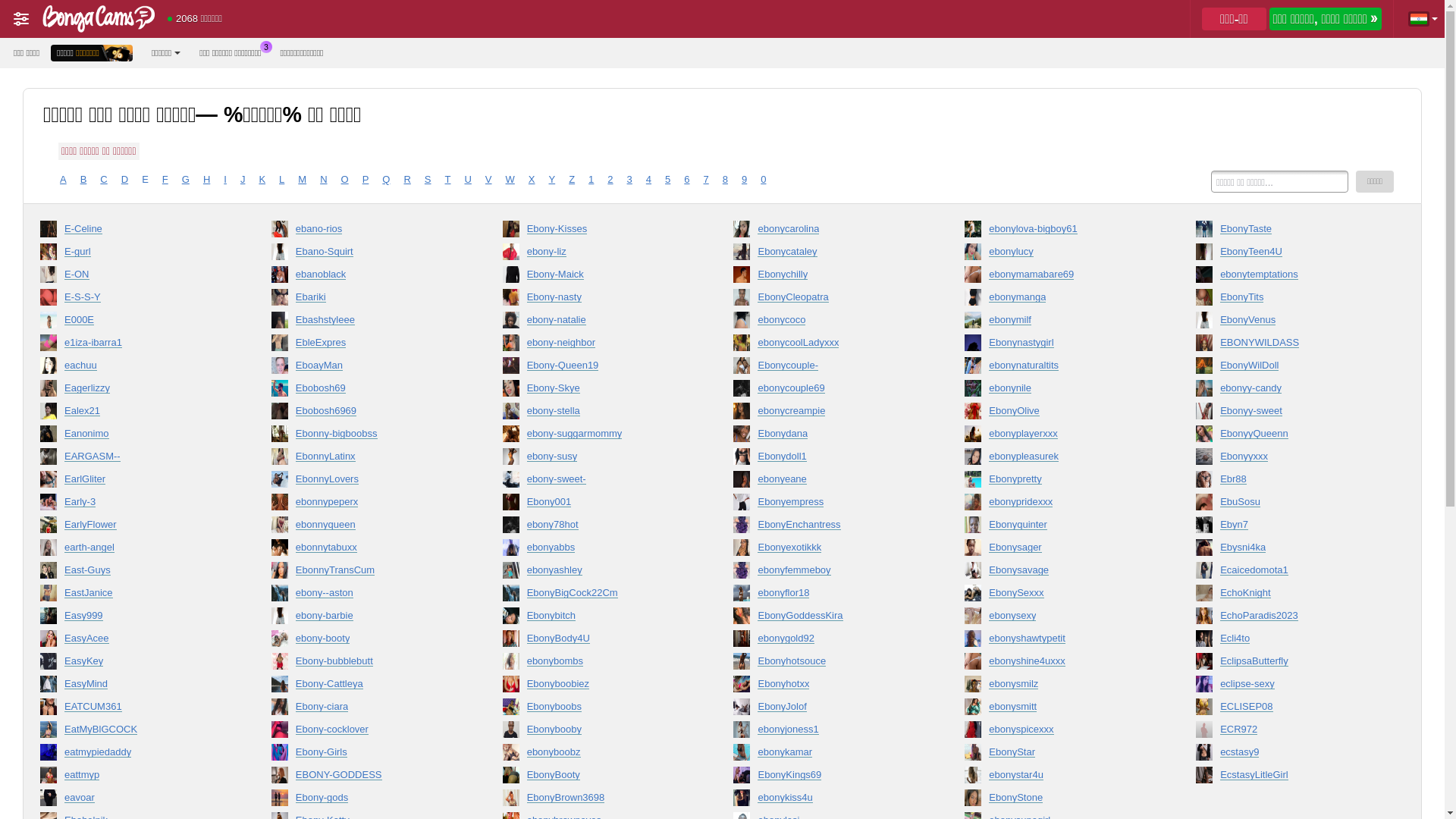 This screenshot has height=819, width=1456. What do you see at coordinates (134, 505) in the screenshot?
I see `'Early-3'` at bounding box center [134, 505].